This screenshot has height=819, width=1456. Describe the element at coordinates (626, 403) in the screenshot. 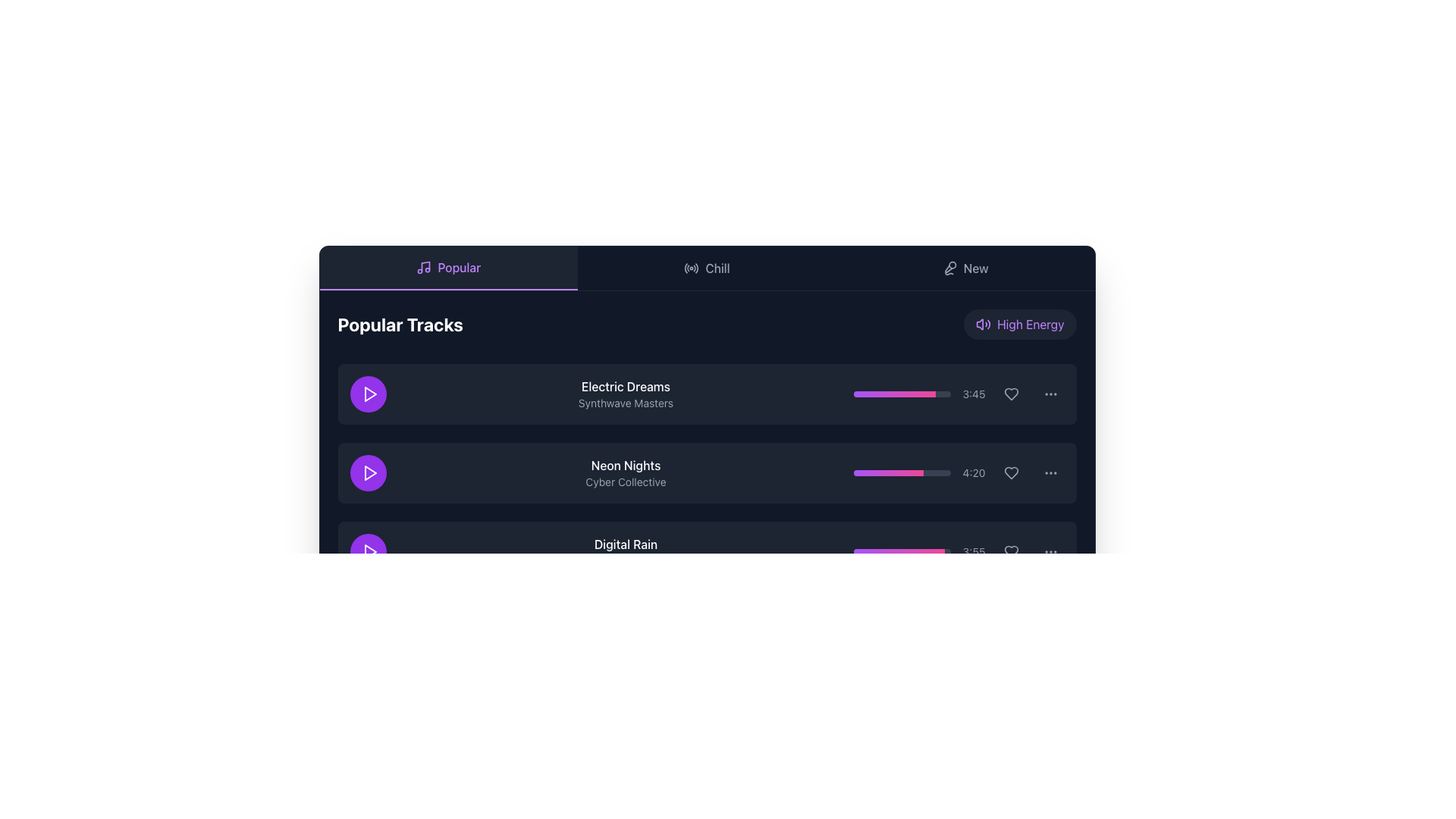

I see `the text label displaying 'Synthwave Masters', which is styled in a small, gray font and located beneath the 'Electric Dreams' text in a vertical list` at that location.